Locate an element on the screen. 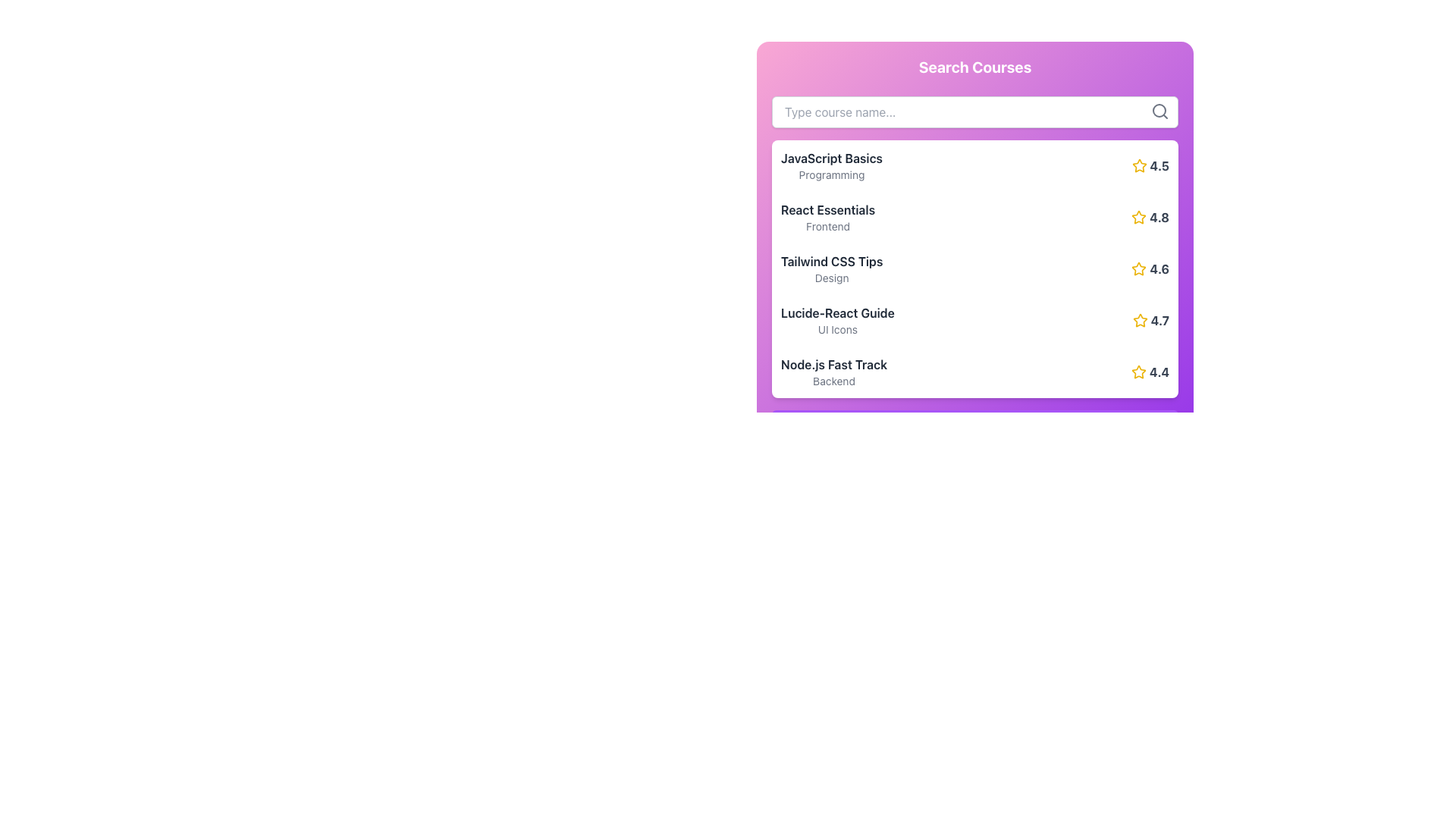 The image size is (1456, 819). the rating indicator for the 'Lucide-React Guide' course, which includes a star icon and a numerical value, located in the fourth row of the vertically stacked list is located at coordinates (1150, 320).